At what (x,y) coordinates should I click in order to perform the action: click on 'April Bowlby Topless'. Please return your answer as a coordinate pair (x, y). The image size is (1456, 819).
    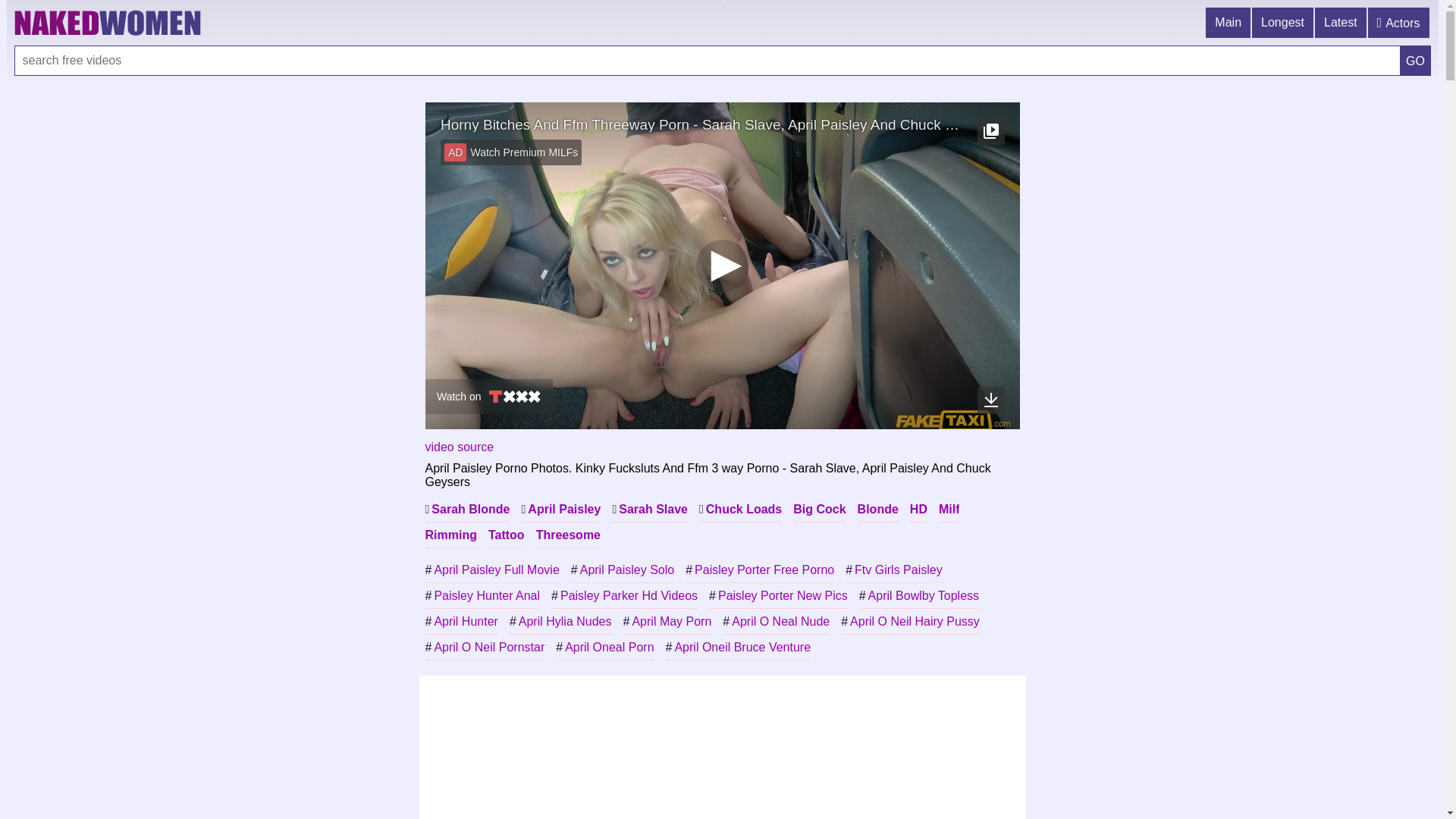
    Looking at the image, I should click on (858, 595).